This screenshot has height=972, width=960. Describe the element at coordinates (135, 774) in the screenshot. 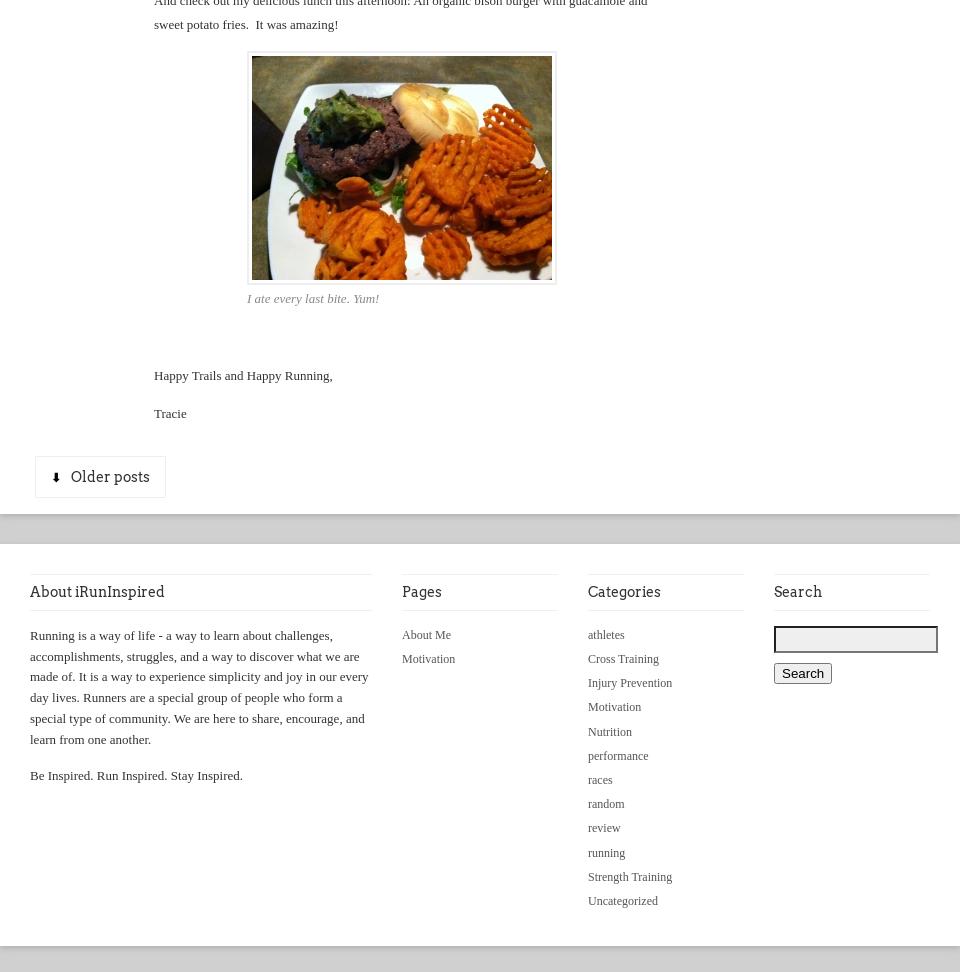

I see `'Be Inspired. Run Inspired. Stay Inspired.'` at that location.